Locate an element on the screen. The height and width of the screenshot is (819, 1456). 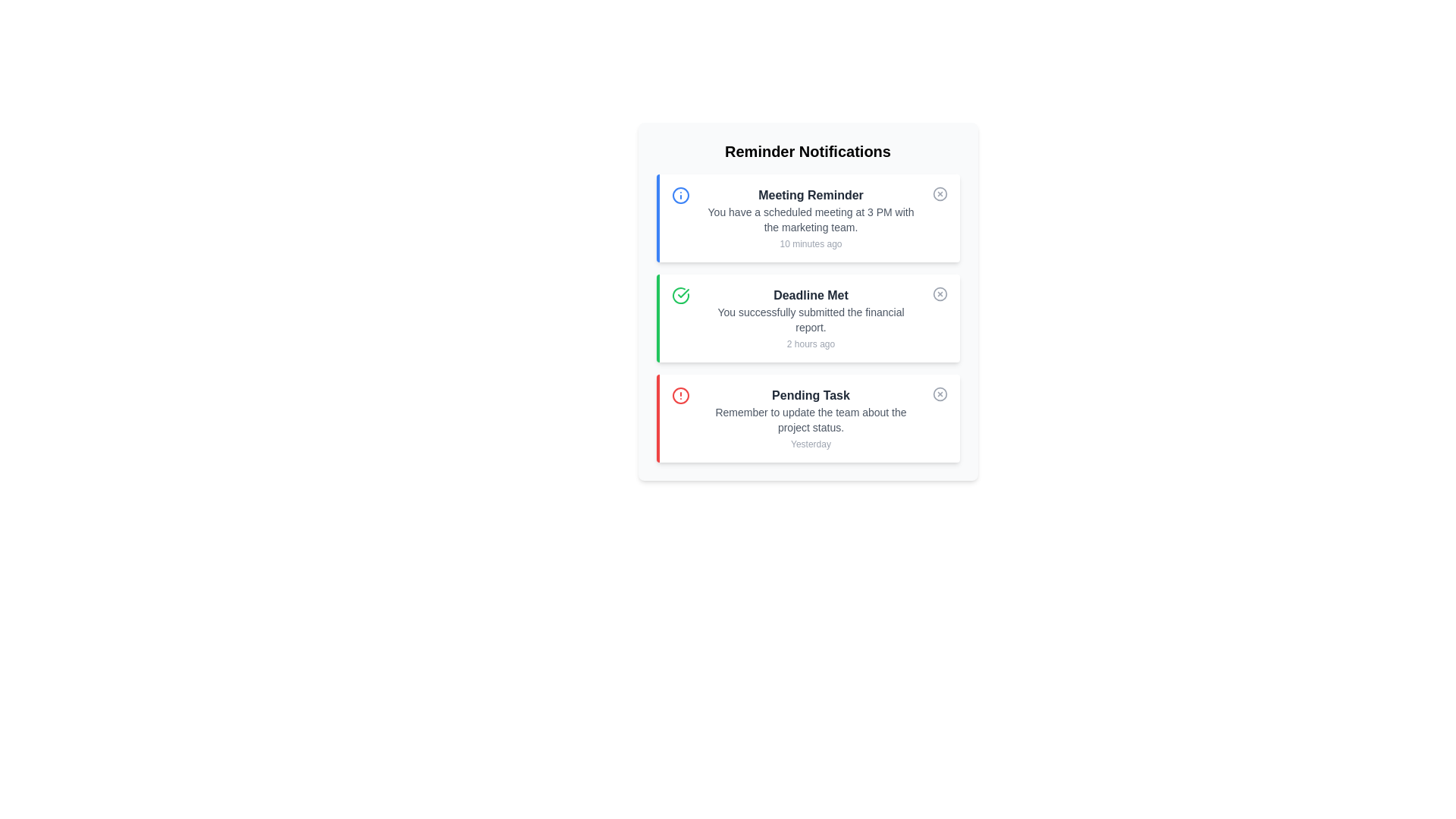
the warning icon located at the top-left corner of the 'Pending Task' notification in the 'Reminder Notifications' list is located at coordinates (679, 394).